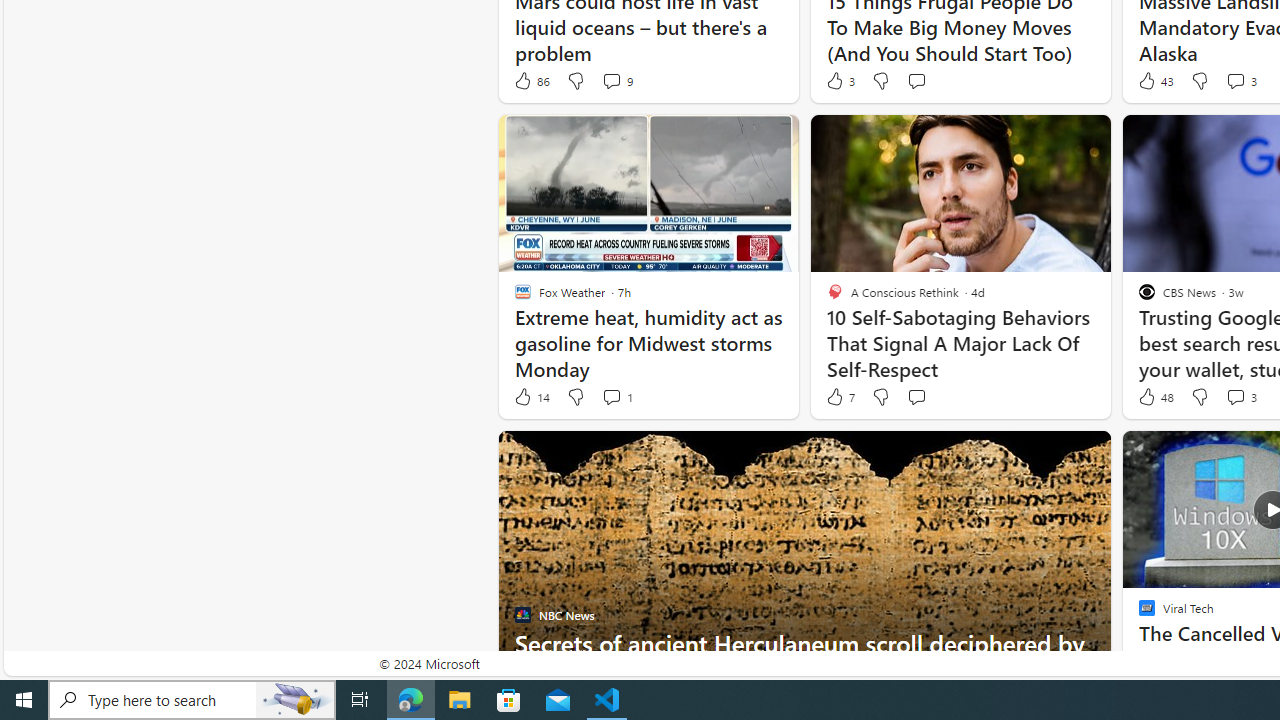  What do you see at coordinates (531, 80) in the screenshot?
I see `'86 Like'` at bounding box center [531, 80].